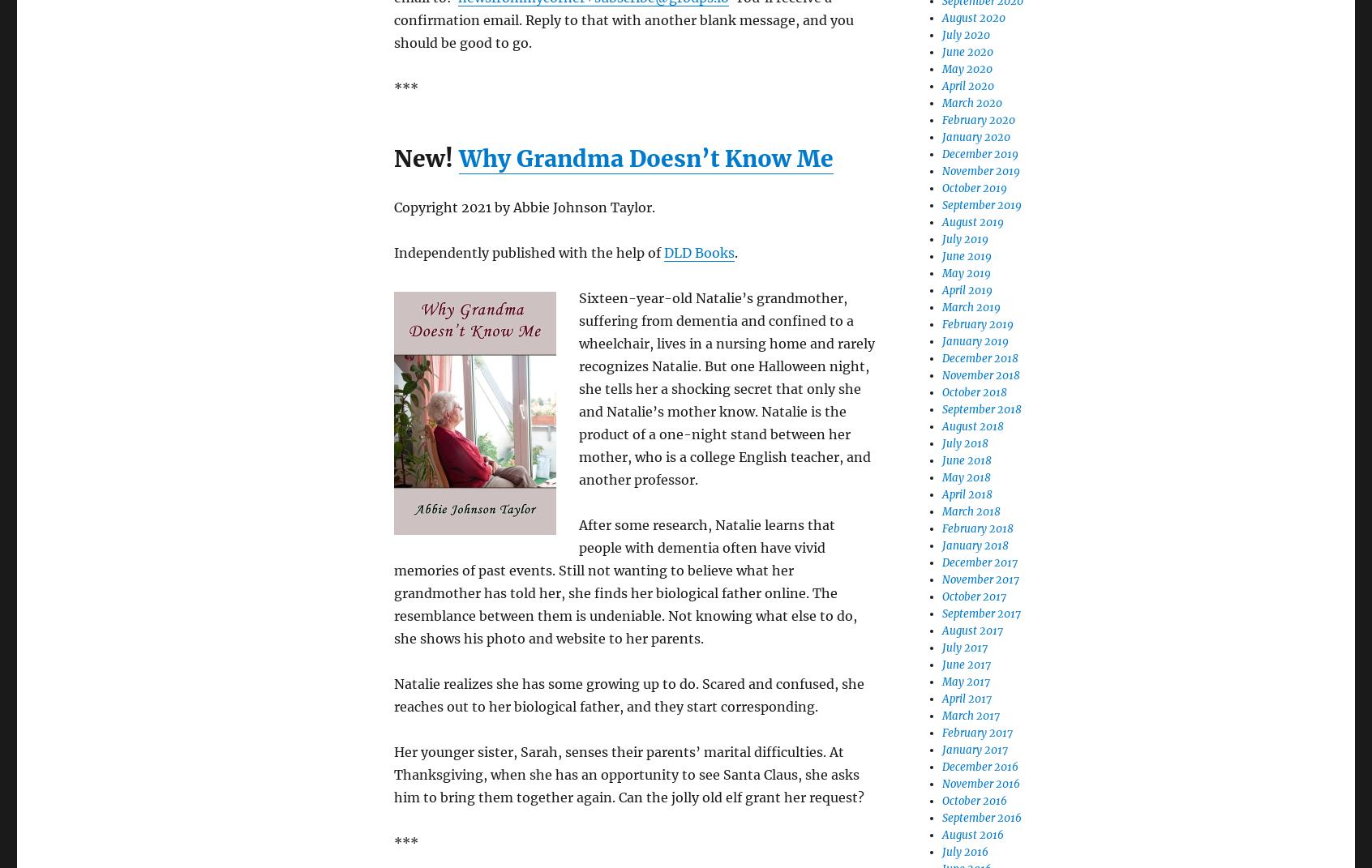 The image size is (1372, 868). What do you see at coordinates (392, 157) in the screenshot?
I see `'New!'` at bounding box center [392, 157].